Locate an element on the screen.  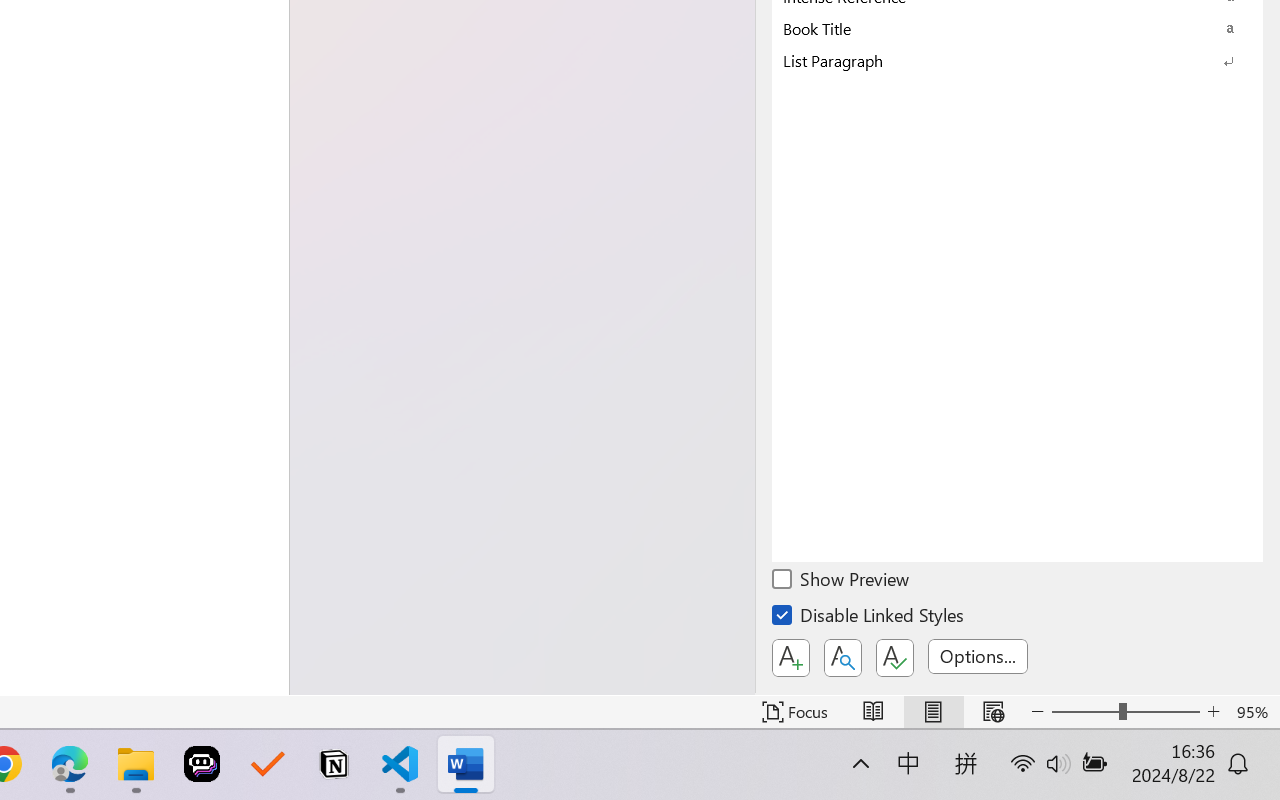
'Zoom 95%' is located at coordinates (1252, 711).